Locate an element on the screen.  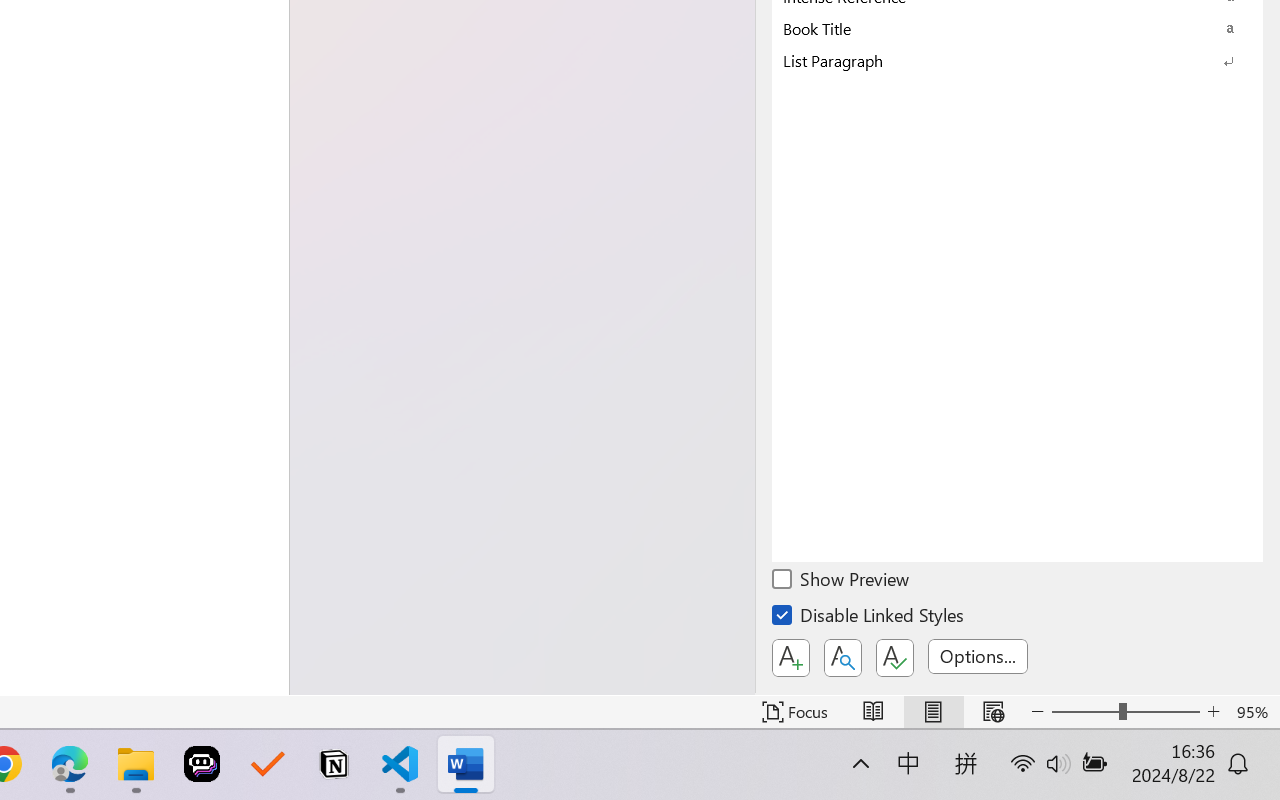
'Zoom 95%' is located at coordinates (1252, 711).